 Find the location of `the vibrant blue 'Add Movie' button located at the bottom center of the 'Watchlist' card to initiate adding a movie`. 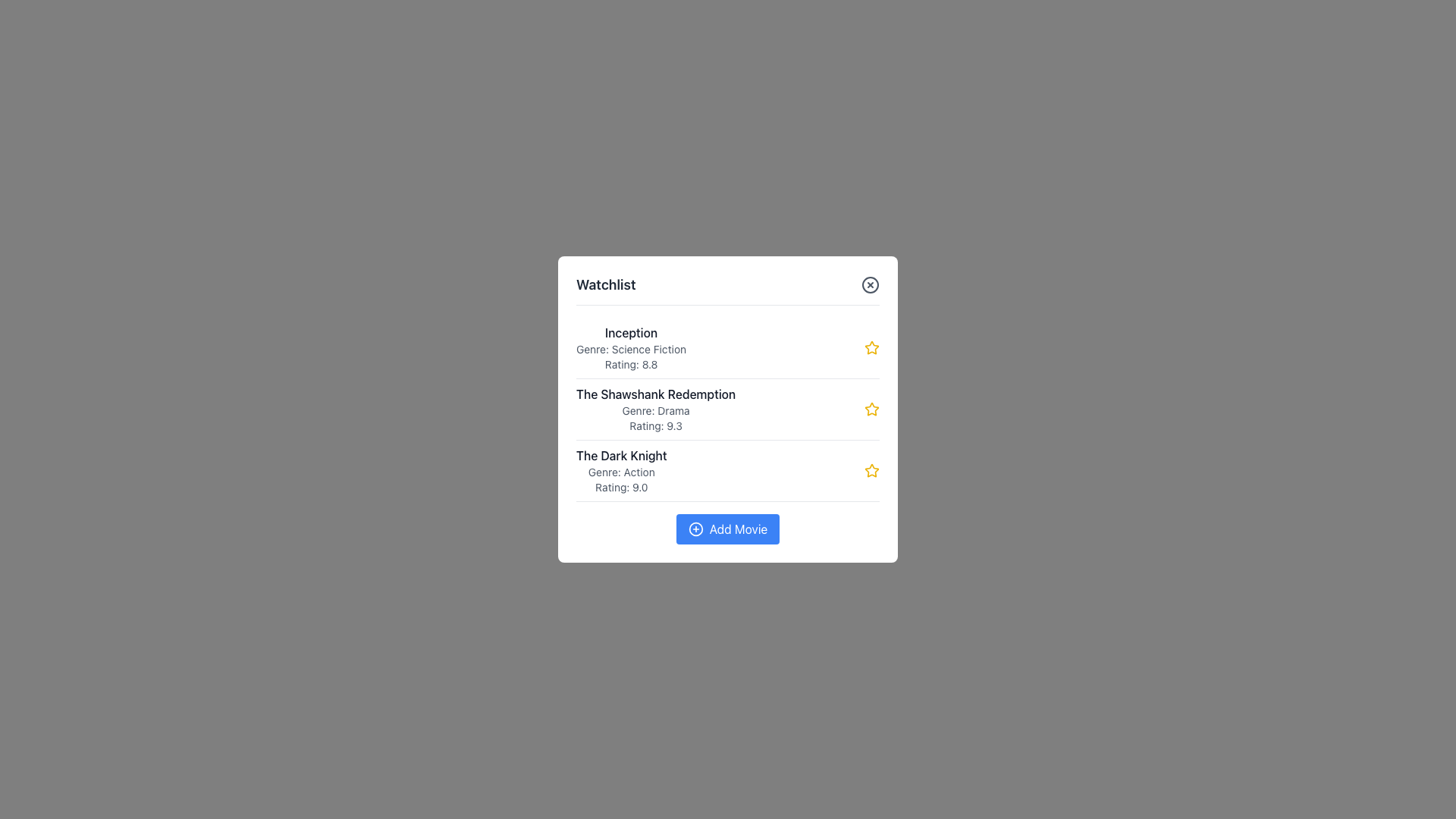

the vibrant blue 'Add Movie' button located at the bottom center of the 'Watchlist' card to initiate adding a movie is located at coordinates (728, 529).